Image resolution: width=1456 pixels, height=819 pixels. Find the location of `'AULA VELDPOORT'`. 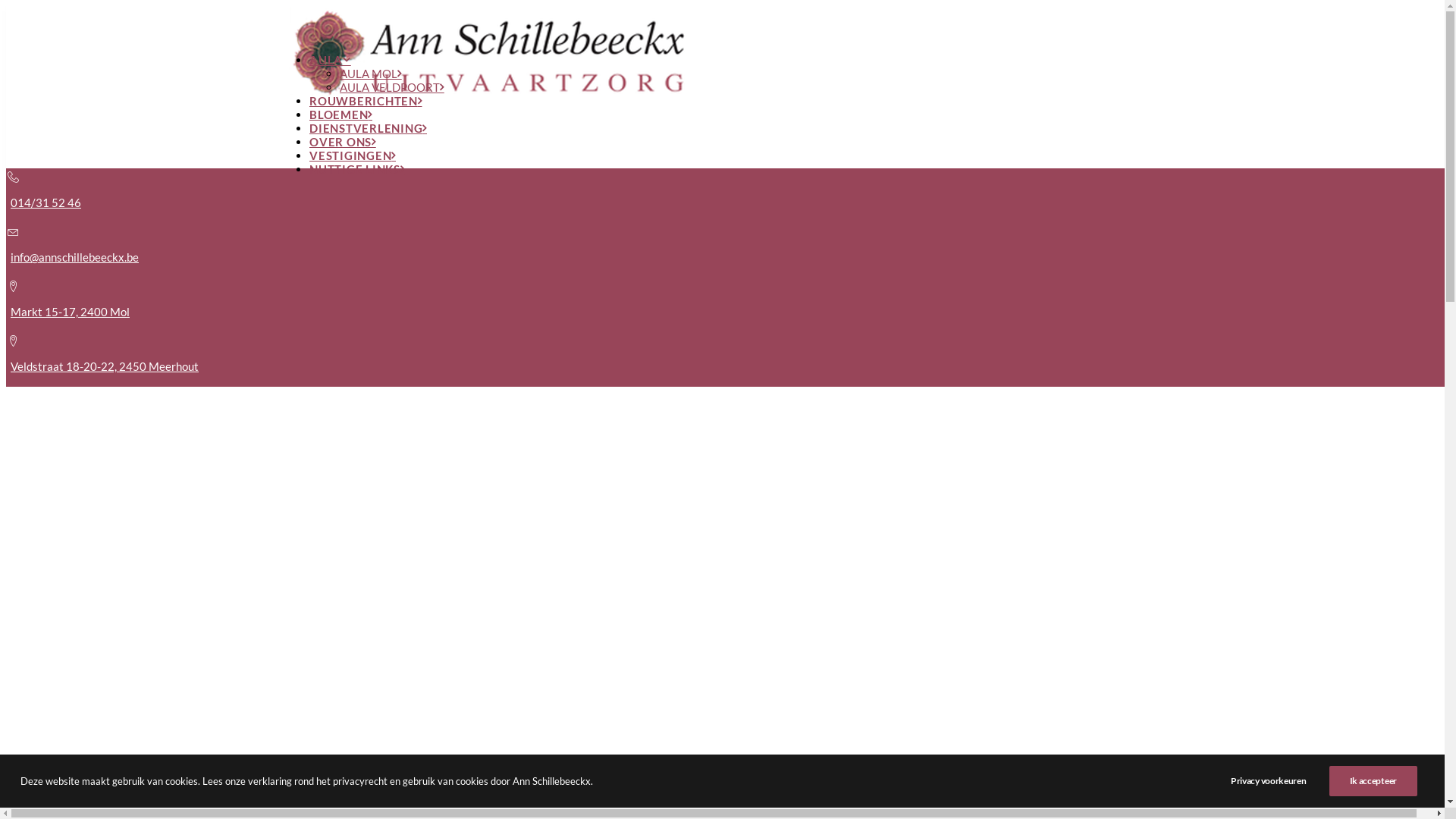

'AULA VELDPOORT' is located at coordinates (338, 87).